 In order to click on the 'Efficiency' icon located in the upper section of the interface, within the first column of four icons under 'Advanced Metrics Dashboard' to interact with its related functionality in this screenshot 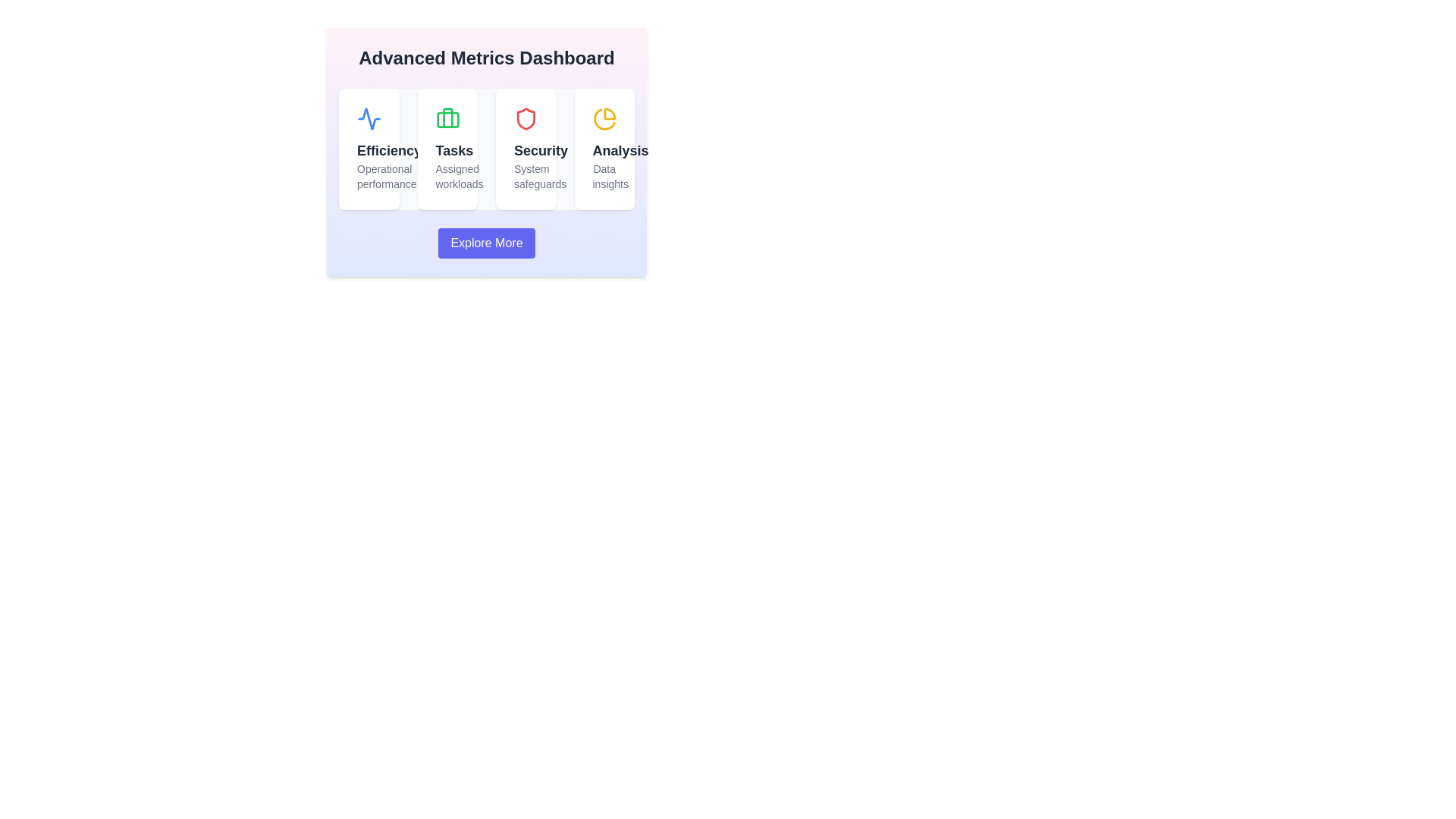, I will do `click(369, 118)`.